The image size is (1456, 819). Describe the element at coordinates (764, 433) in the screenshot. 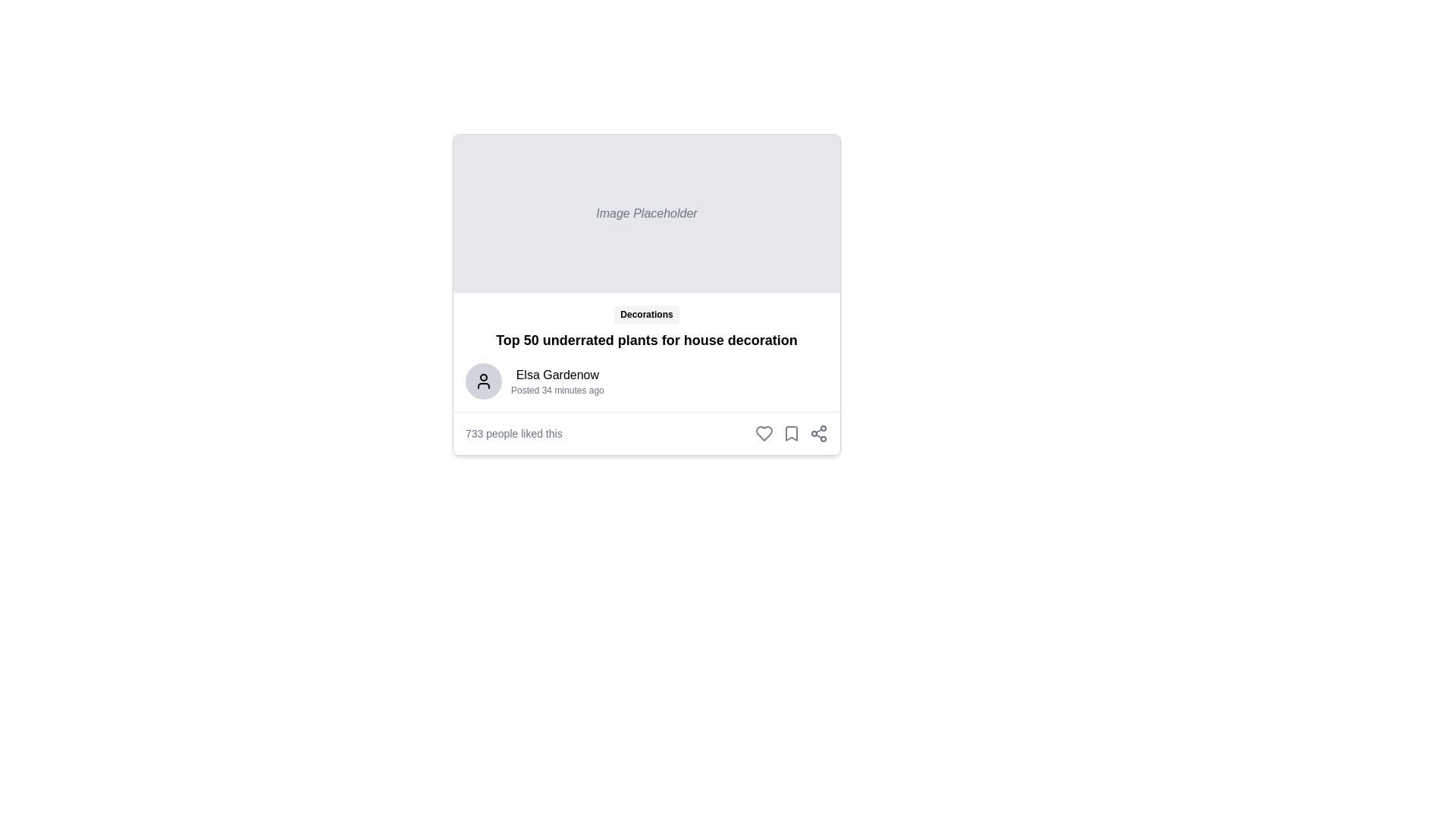

I see `the 'like' button located in the bottom-right corner of the content card` at that location.